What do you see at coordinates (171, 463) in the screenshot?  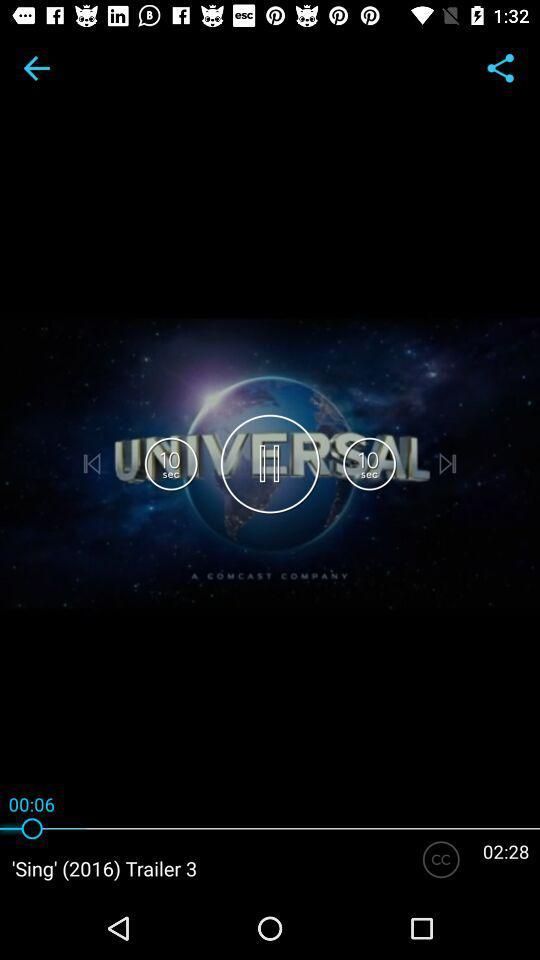 I see `the volume icon` at bounding box center [171, 463].